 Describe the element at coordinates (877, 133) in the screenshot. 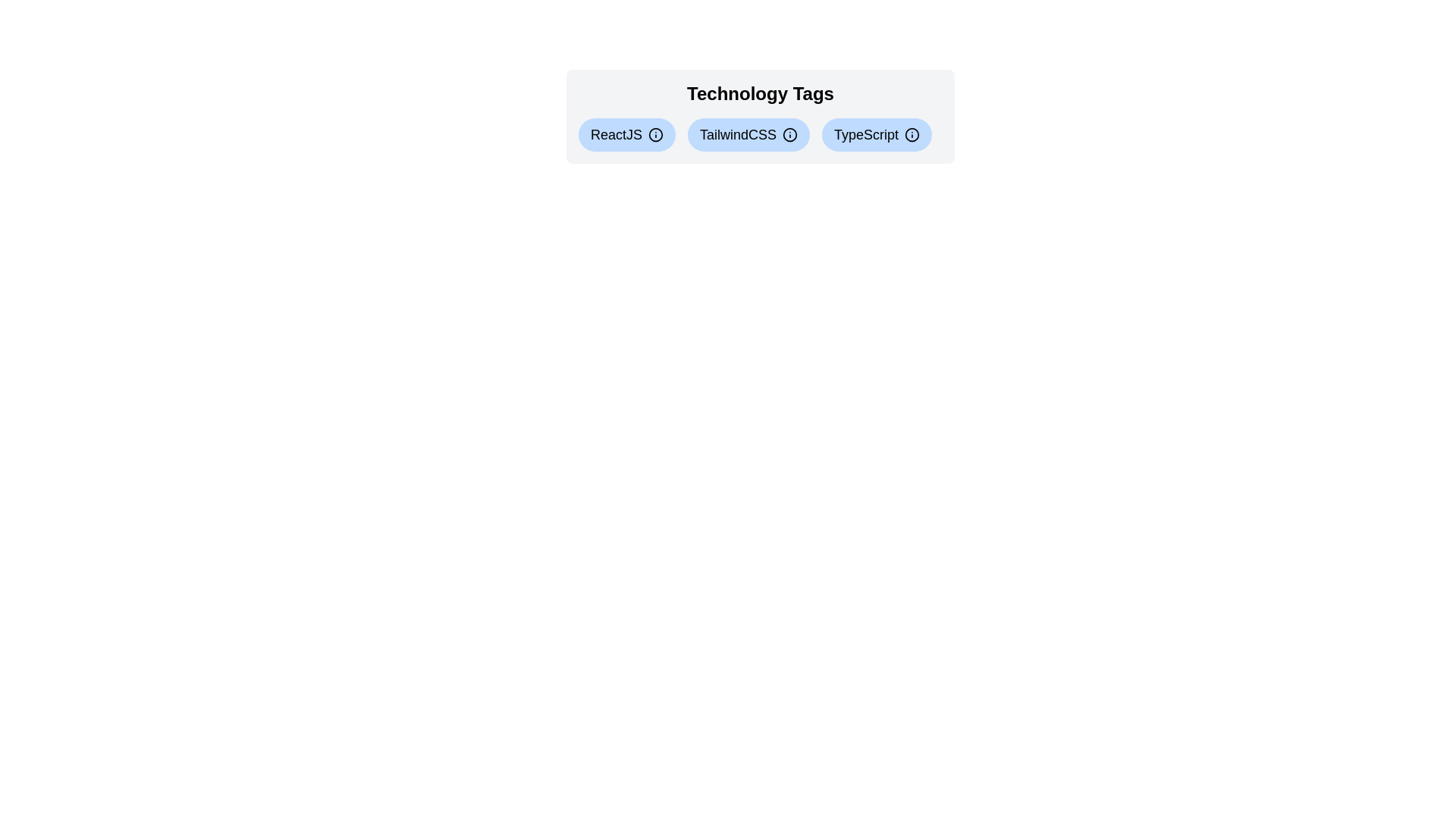

I see `the tag labeled TypeScript to display its information` at that location.